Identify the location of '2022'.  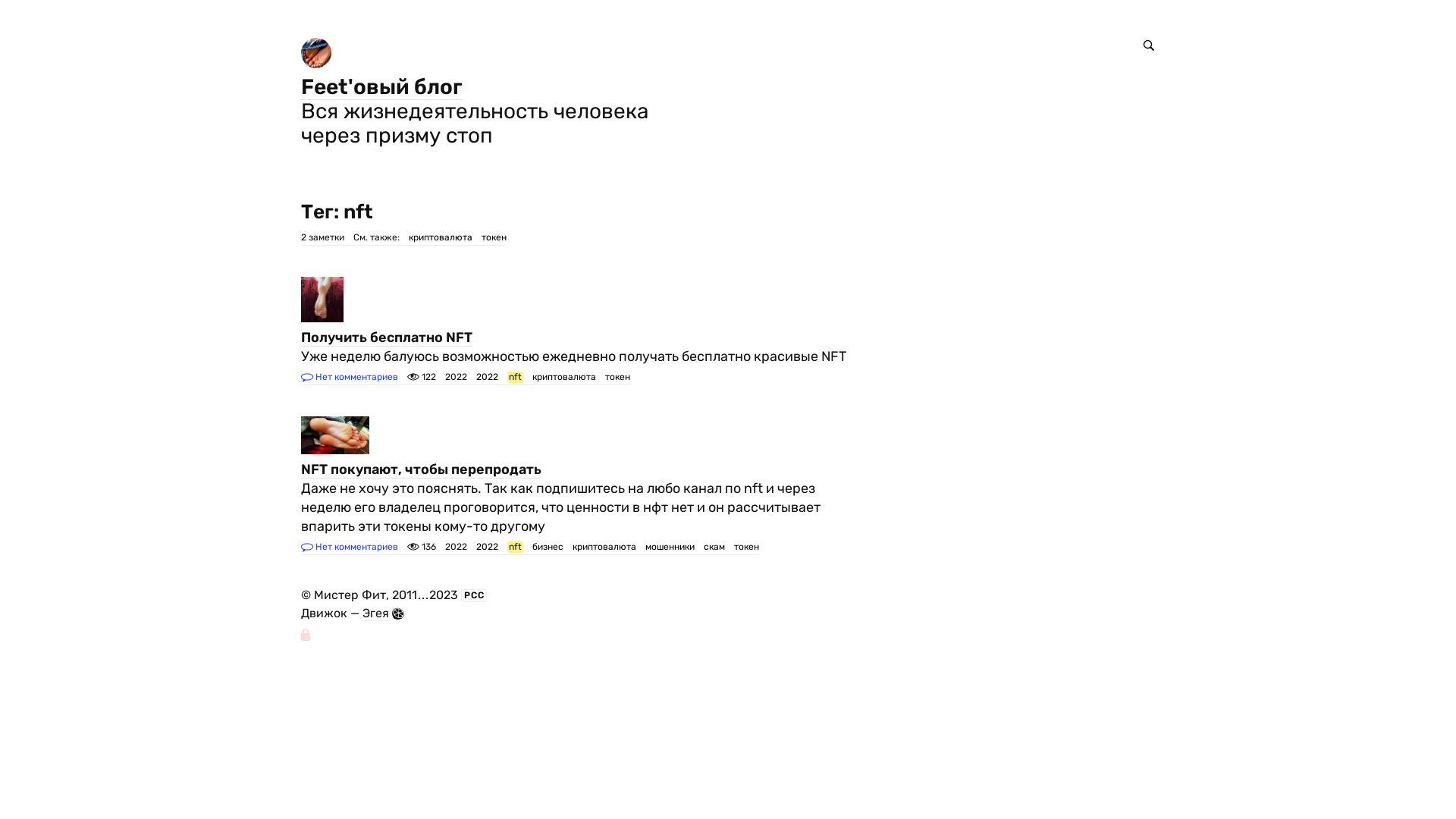
(487, 376).